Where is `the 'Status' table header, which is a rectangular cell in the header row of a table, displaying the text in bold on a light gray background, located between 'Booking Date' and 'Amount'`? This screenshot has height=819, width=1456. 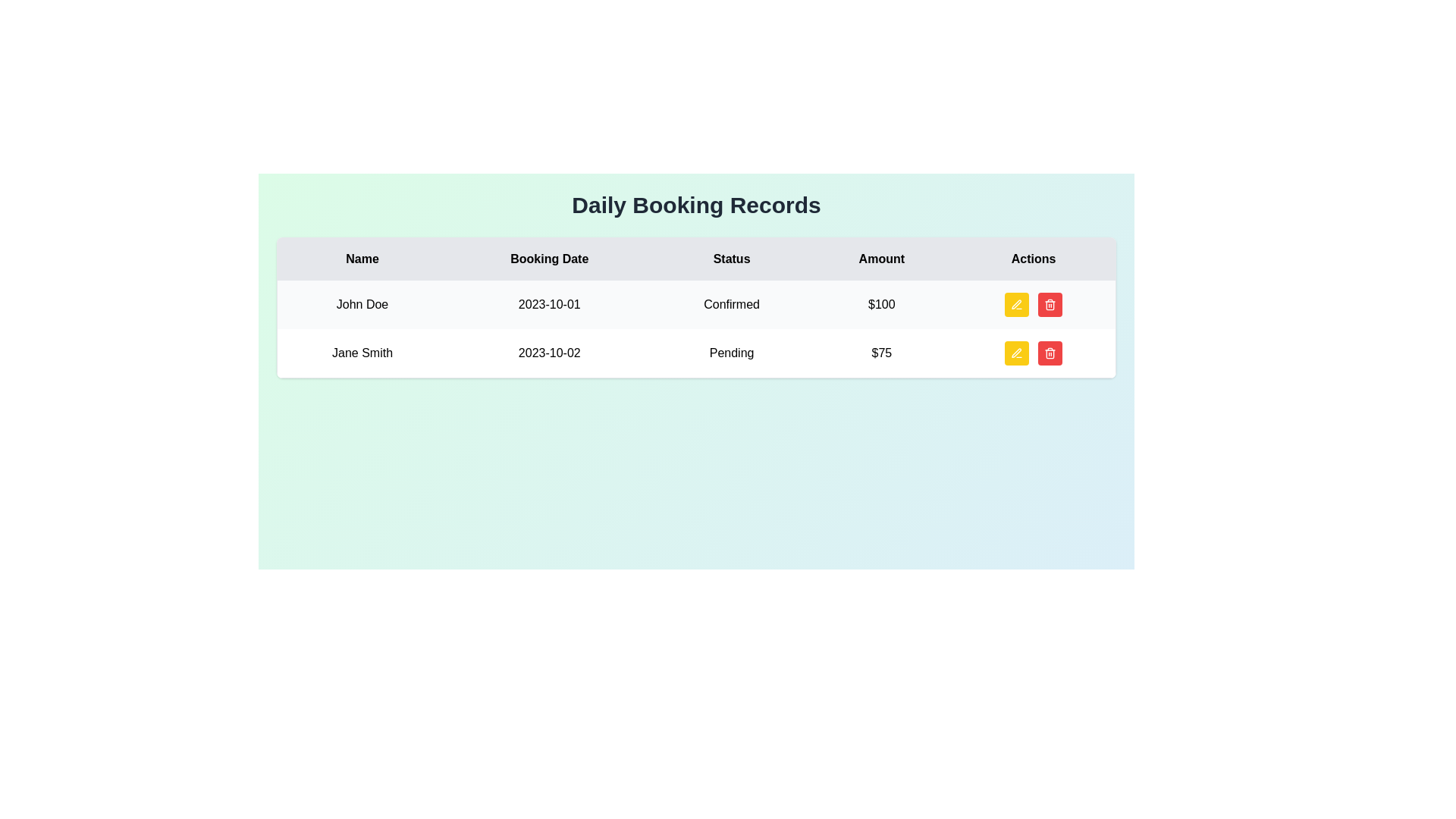 the 'Status' table header, which is a rectangular cell in the header row of a table, displaying the text in bold on a light gray background, located between 'Booking Date' and 'Amount' is located at coordinates (732, 258).